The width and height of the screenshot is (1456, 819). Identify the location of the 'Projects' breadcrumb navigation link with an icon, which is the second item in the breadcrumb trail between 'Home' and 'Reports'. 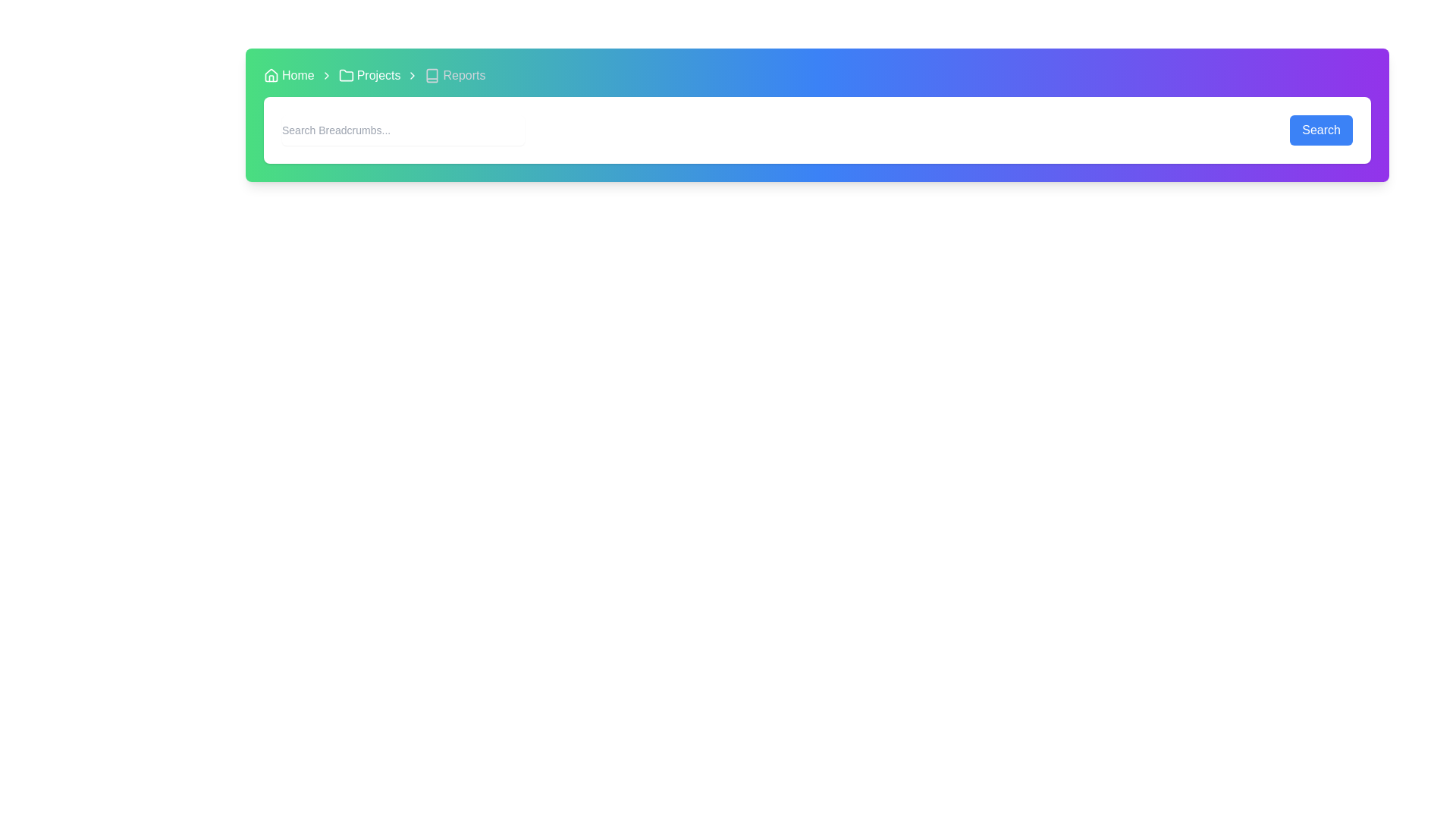
(369, 76).